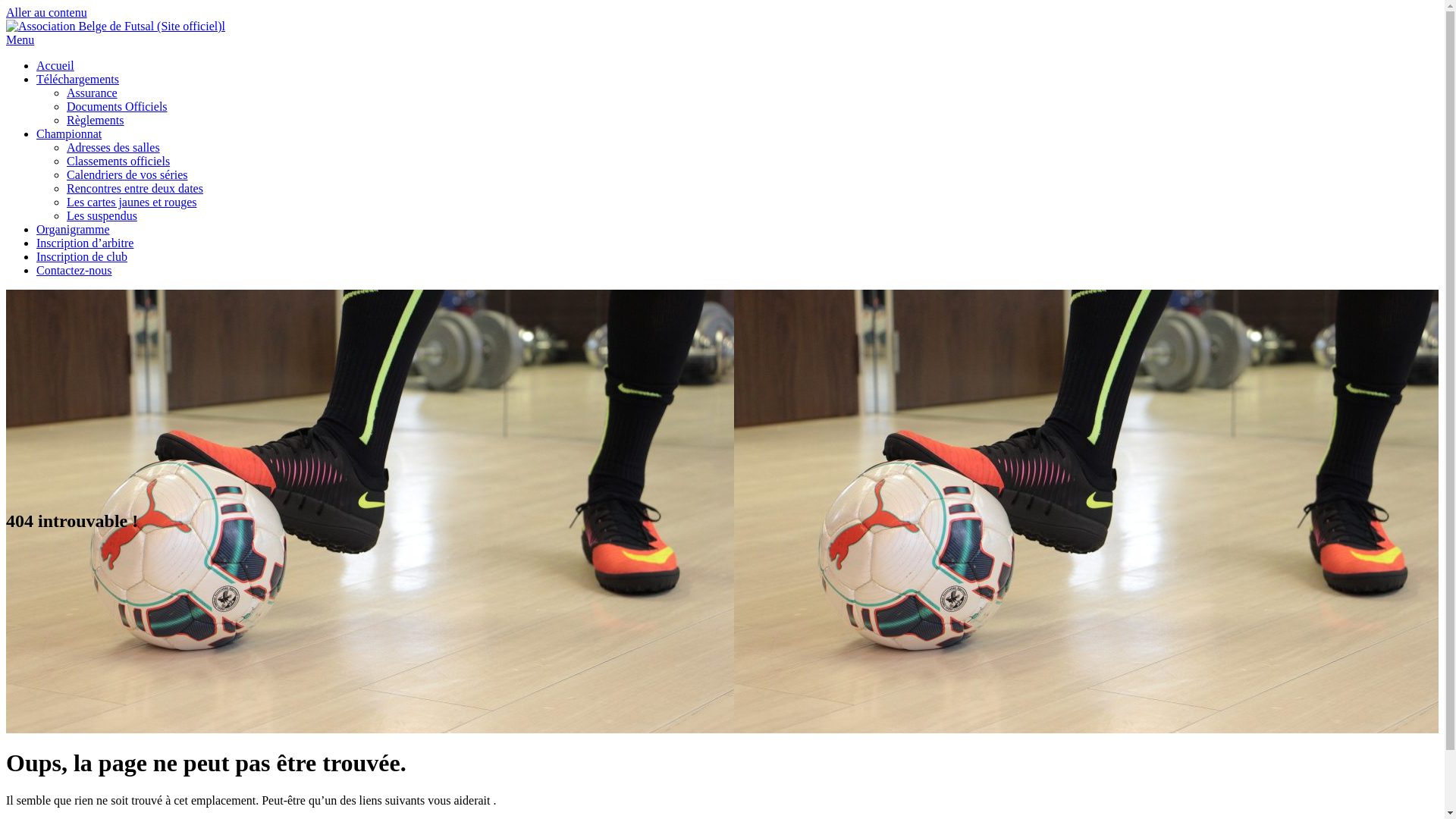 This screenshot has height=819, width=1456. What do you see at coordinates (91, 93) in the screenshot?
I see `'Assurance'` at bounding box center [91, 93].